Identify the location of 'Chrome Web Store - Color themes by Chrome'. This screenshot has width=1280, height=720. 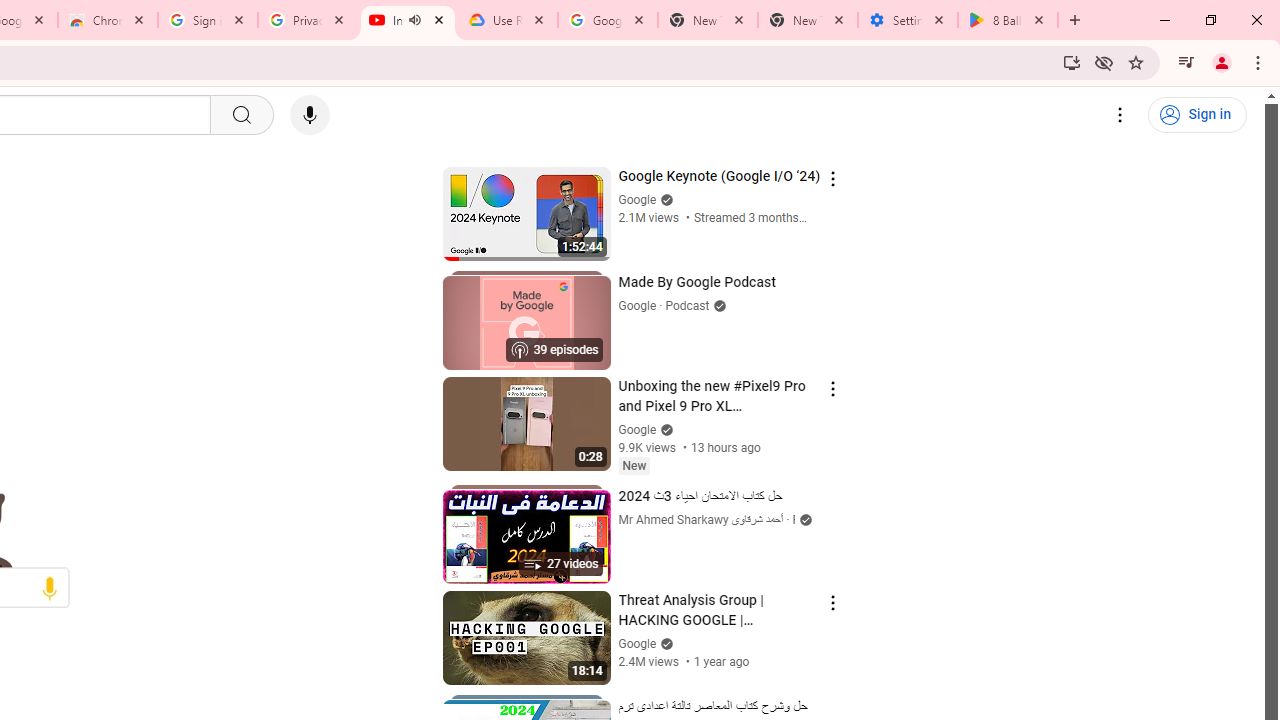
(106, 20).